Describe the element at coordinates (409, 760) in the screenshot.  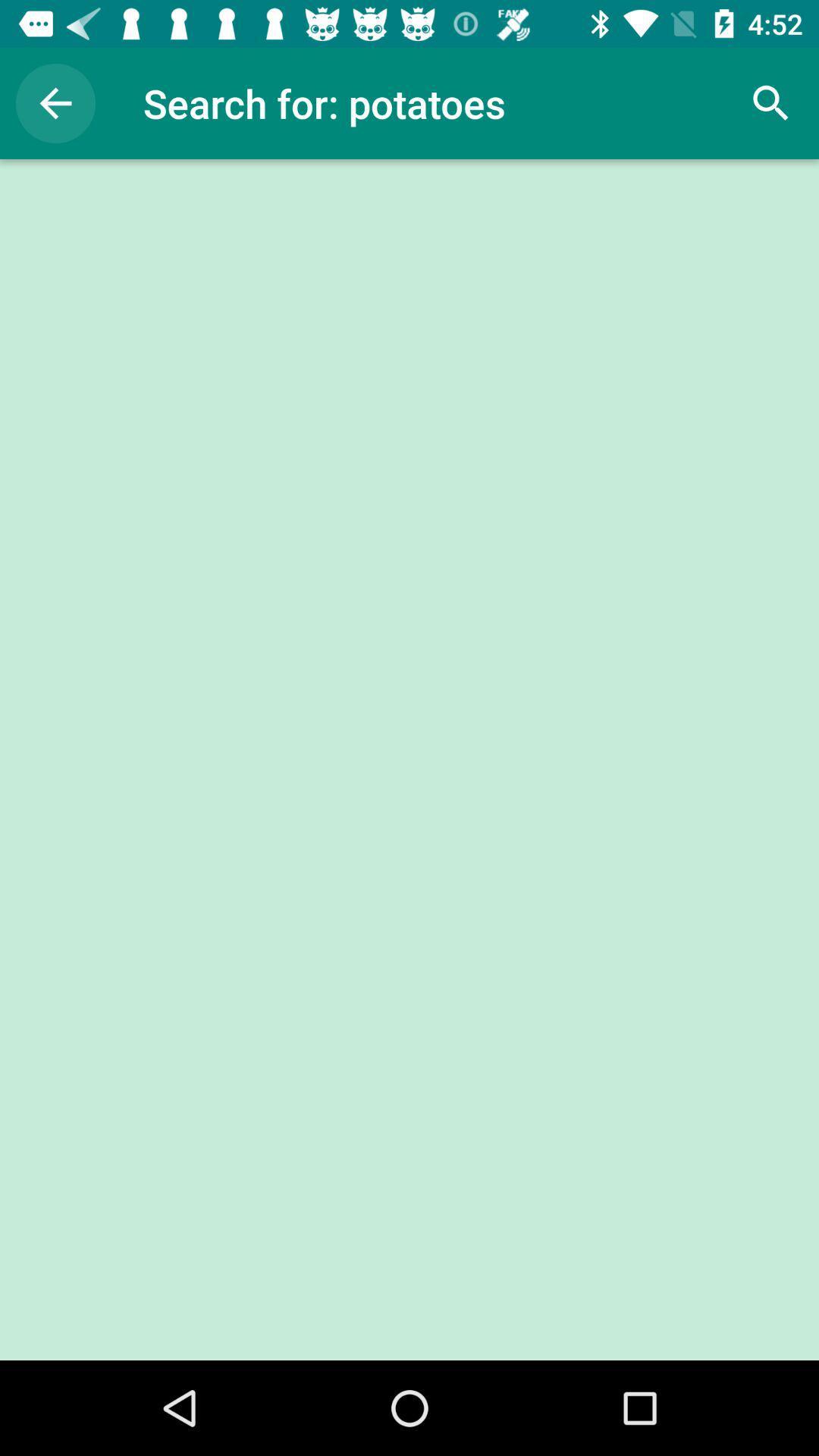
I see `the item at the center` at that location.